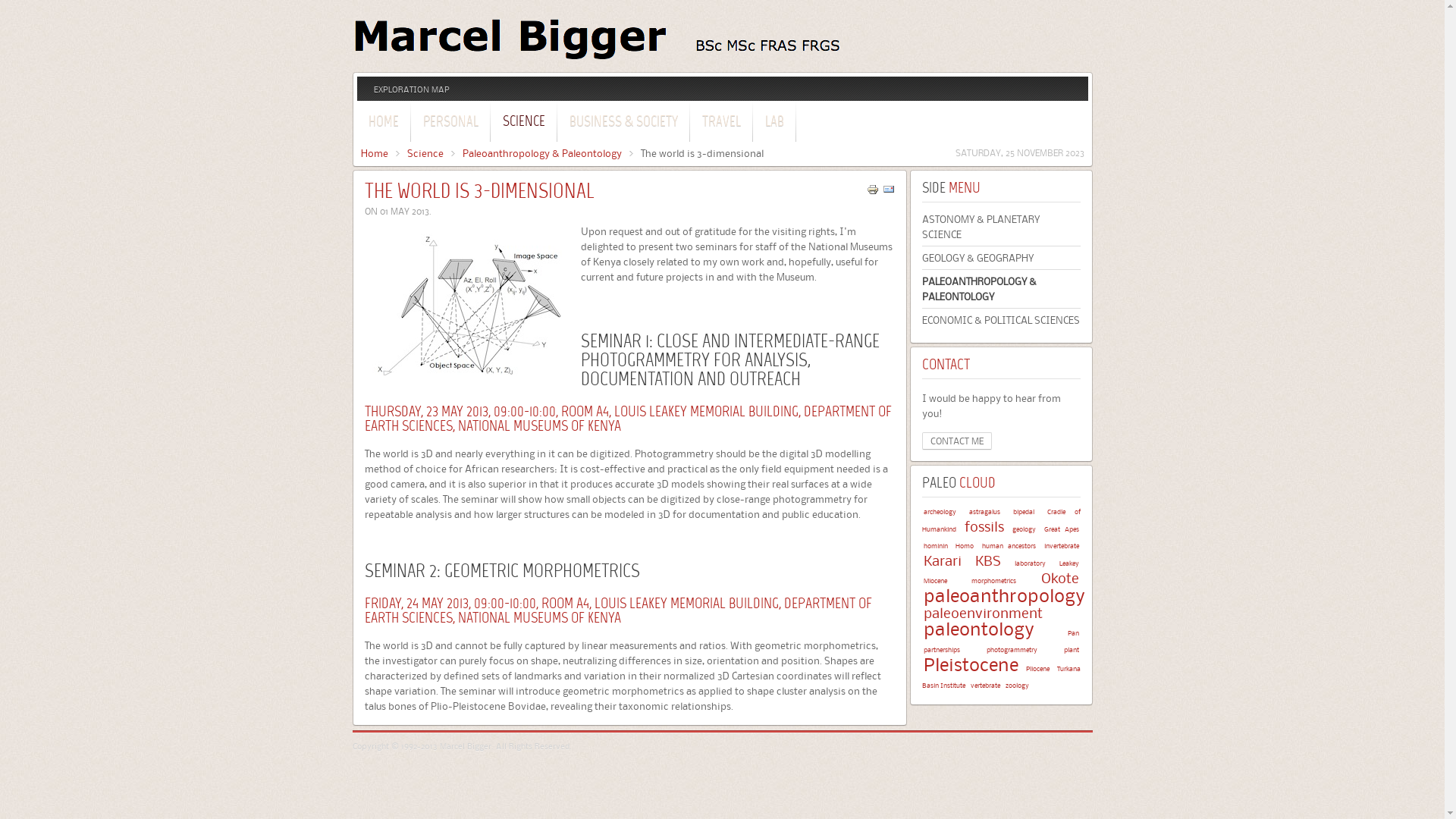 The image size is (1456, 819). I want to click on 'archeology', so click(923, 511).